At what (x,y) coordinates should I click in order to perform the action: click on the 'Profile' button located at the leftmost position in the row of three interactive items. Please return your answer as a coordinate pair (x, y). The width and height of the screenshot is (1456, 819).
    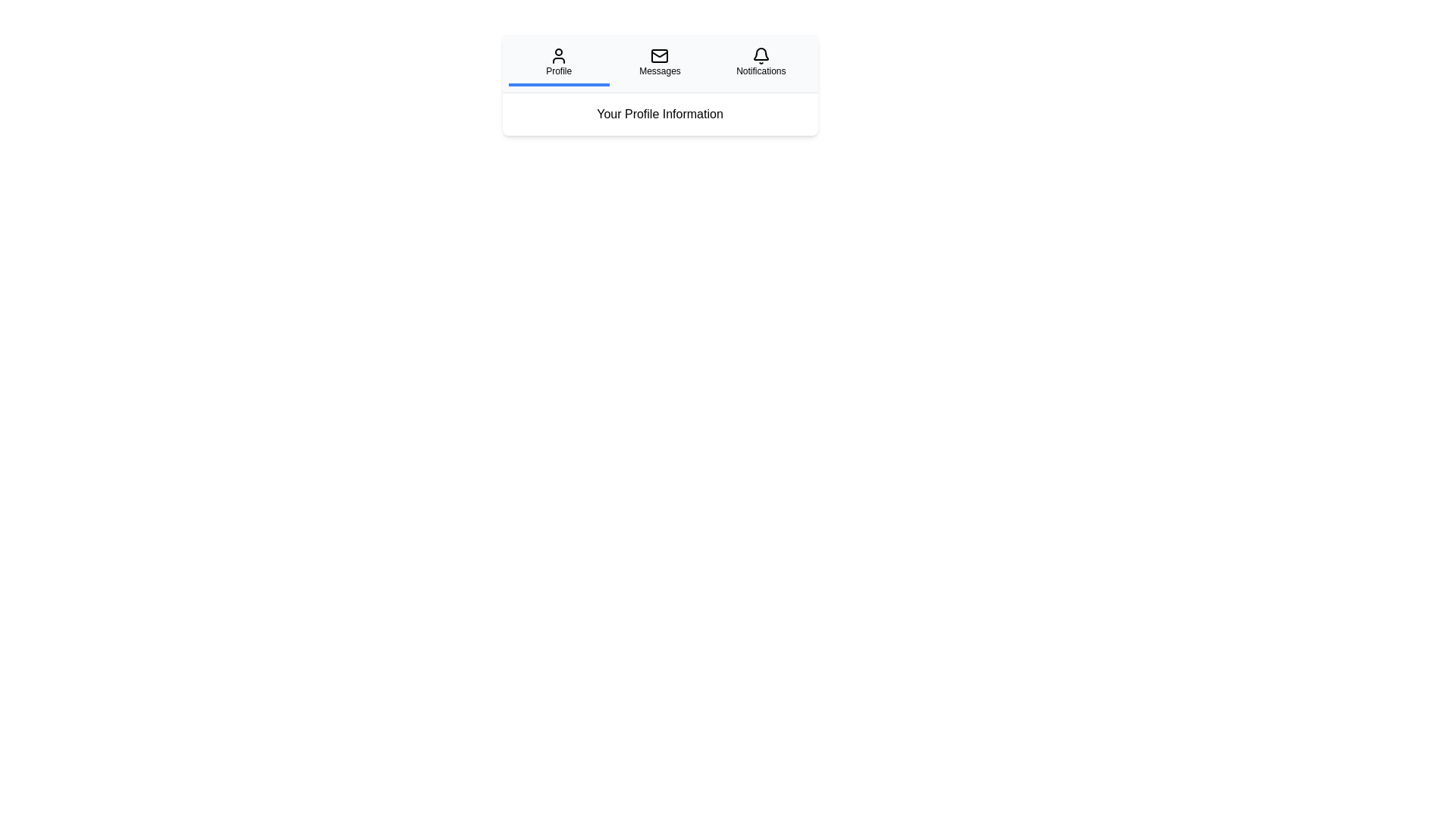
    Looking at the image, I should click on (558, 63).